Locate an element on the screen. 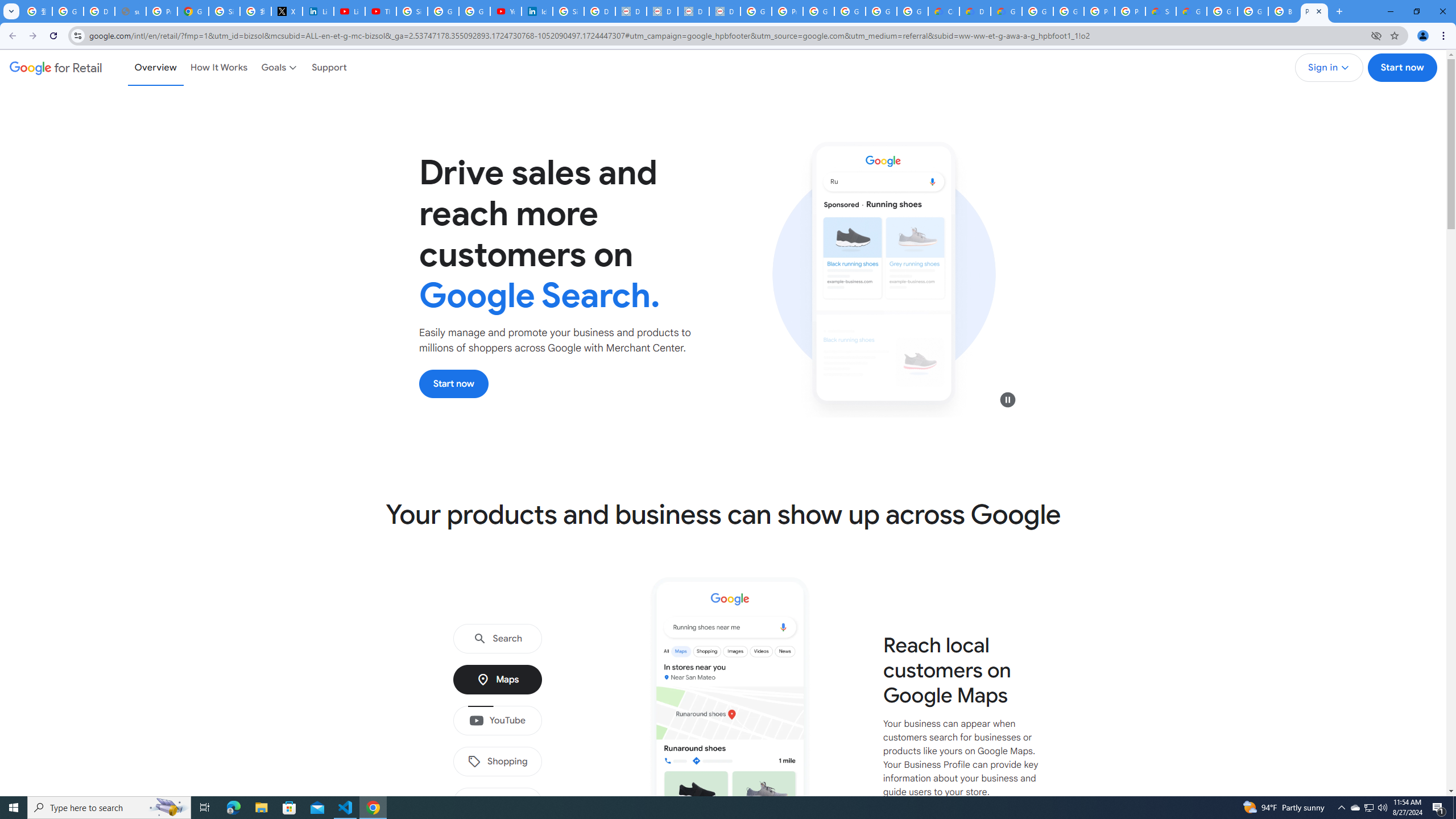 The width and height of the screenshot is (1456, 819). 'Pause animation' is located at coordinates (1008, 399).